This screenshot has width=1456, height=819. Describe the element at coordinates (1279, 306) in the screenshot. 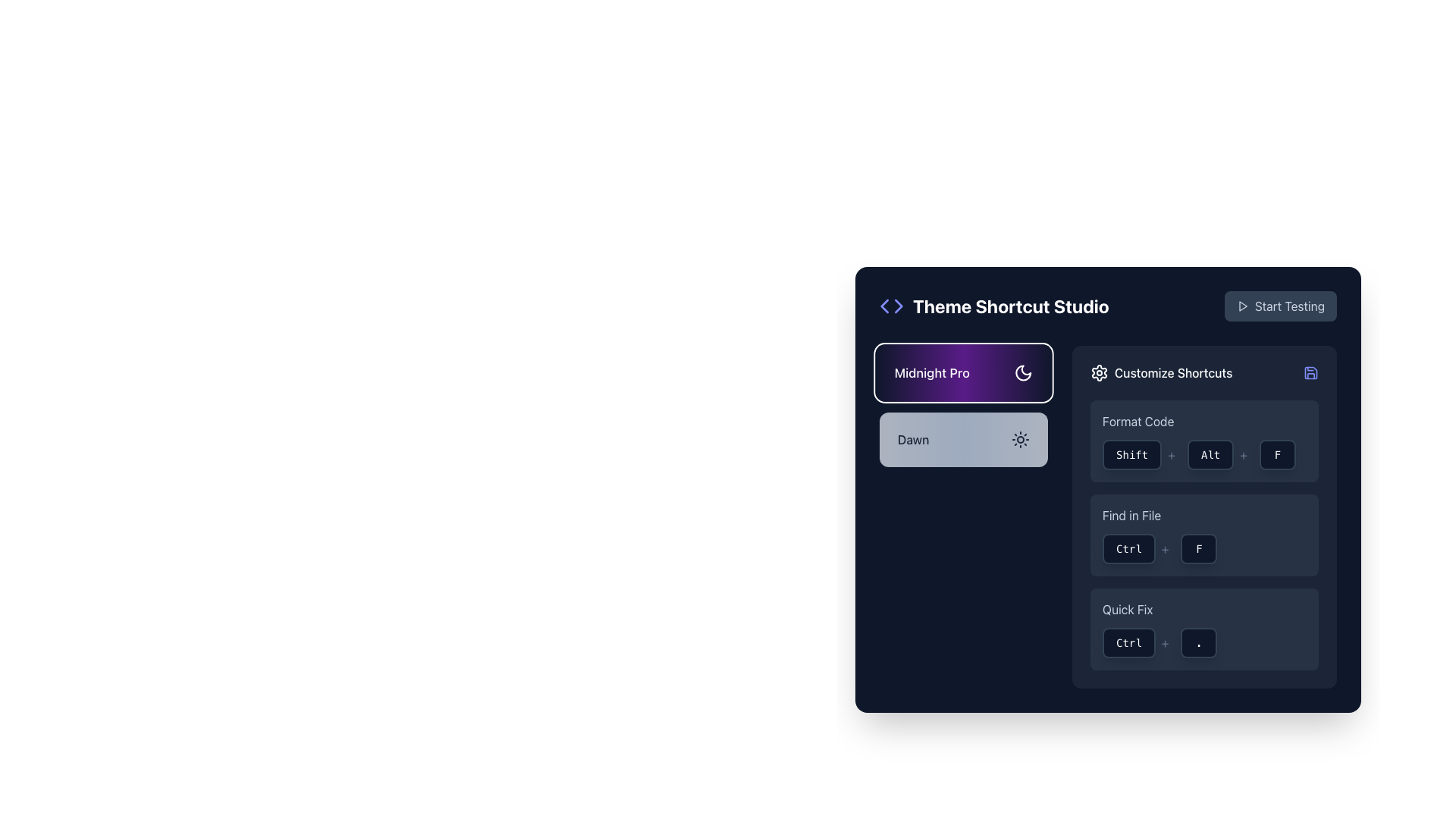

I see `the testing process initiation button located in the top-right corner, following the text 'Theme Shortcut Studio'` at that location.